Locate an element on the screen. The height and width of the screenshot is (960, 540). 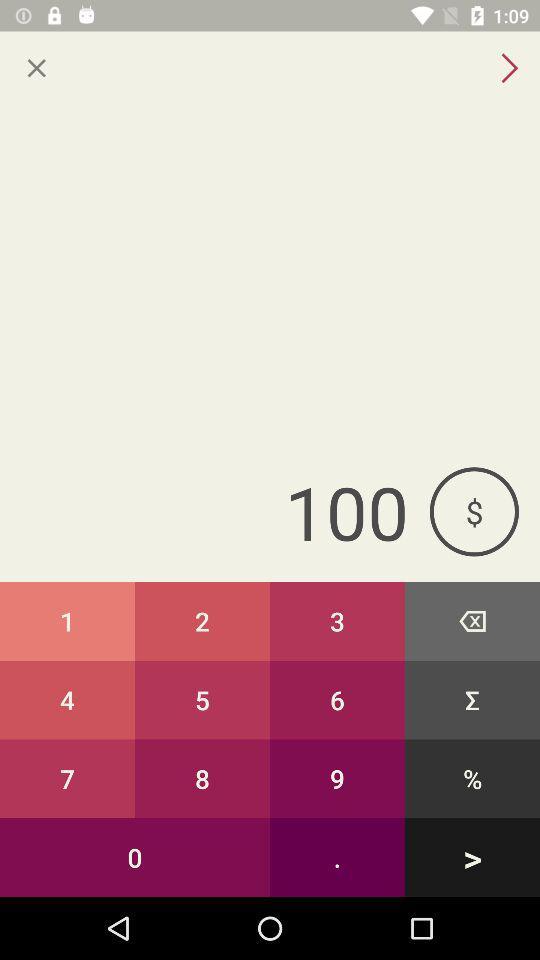
button to the right of 6 is located at coordinates (472, 777).